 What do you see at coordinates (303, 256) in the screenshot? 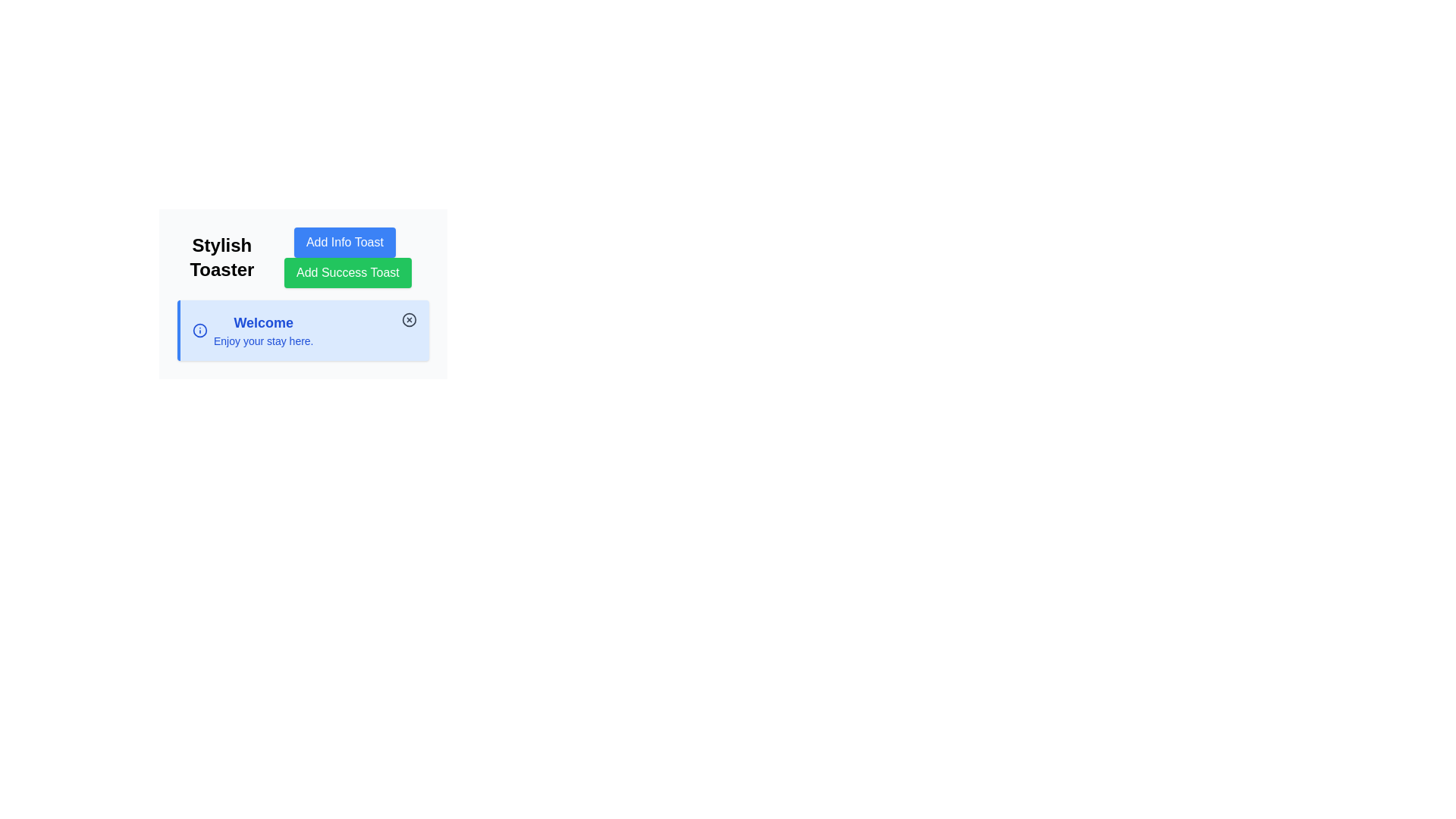
I see `the button group containing the 'Add Info Toast' and 'Add Success Toast' buttons with blue and green backgrounds respectively, to observe the hover effect` at bounding box center [303, 256].